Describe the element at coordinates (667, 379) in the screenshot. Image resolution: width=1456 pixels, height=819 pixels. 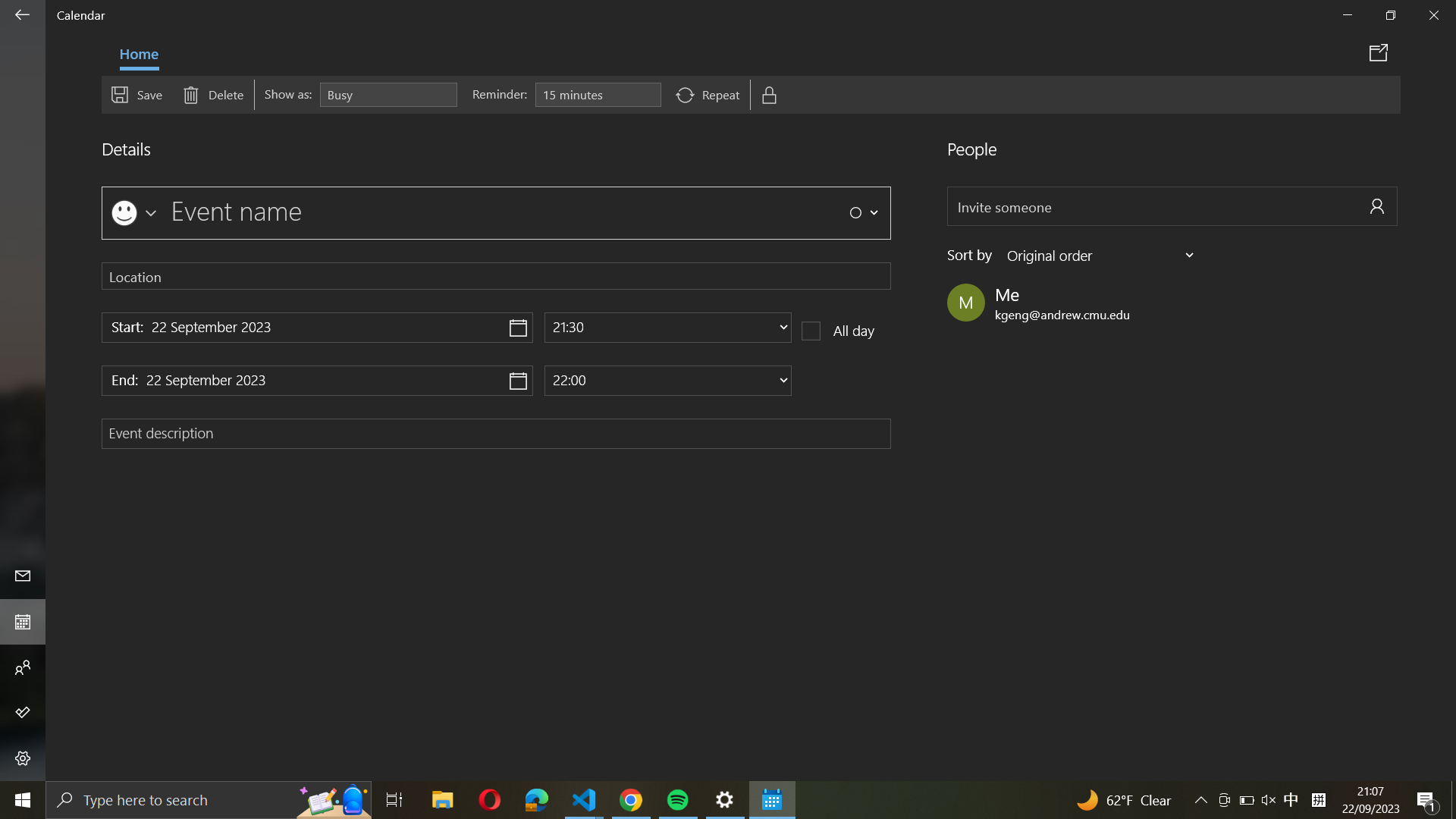
I see `Schedule the end time of the event for 10:00 PM` at that location.